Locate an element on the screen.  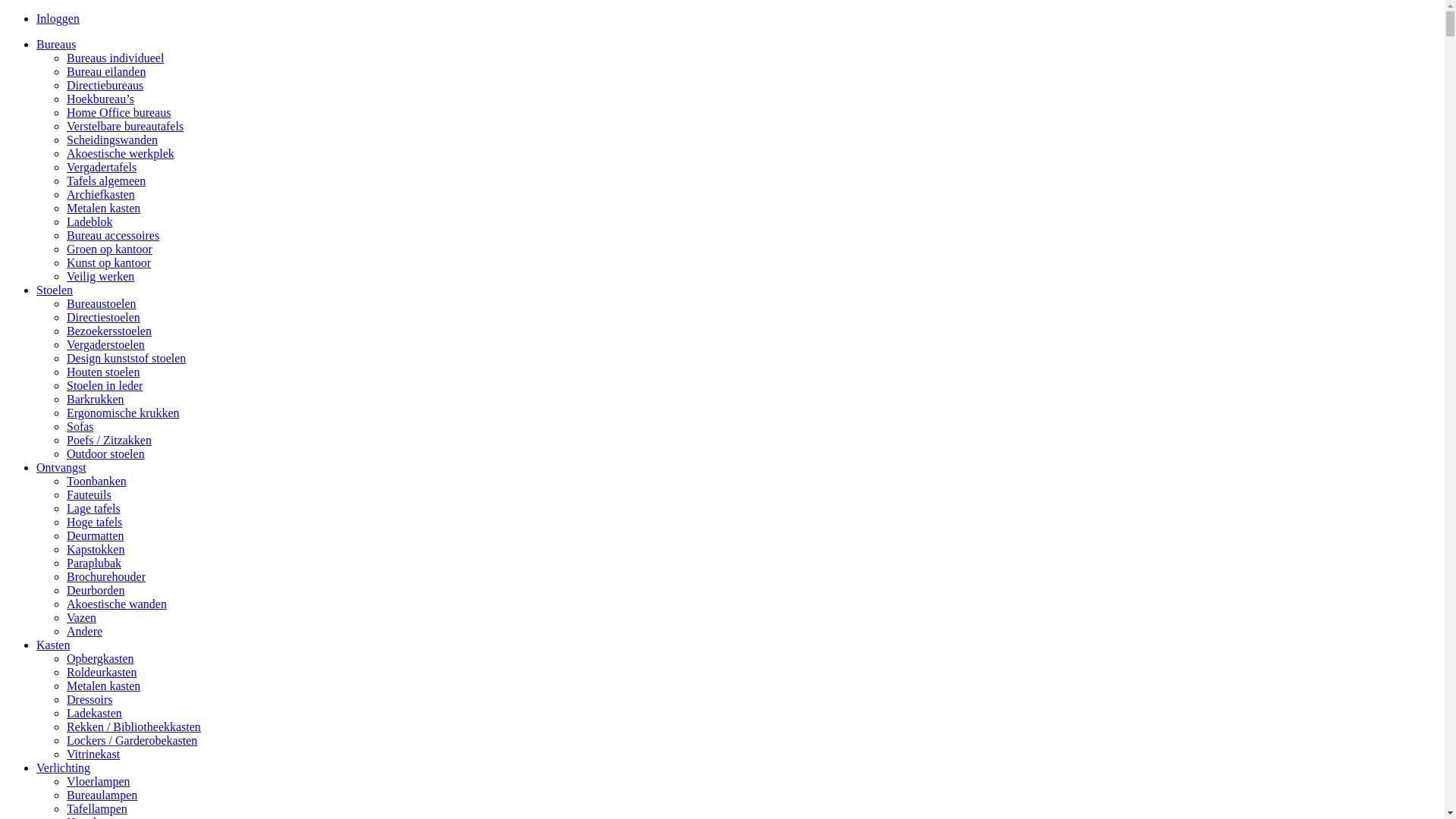
'Rekken / Bibliotheekkasten' is located at coordinates (133, 726).